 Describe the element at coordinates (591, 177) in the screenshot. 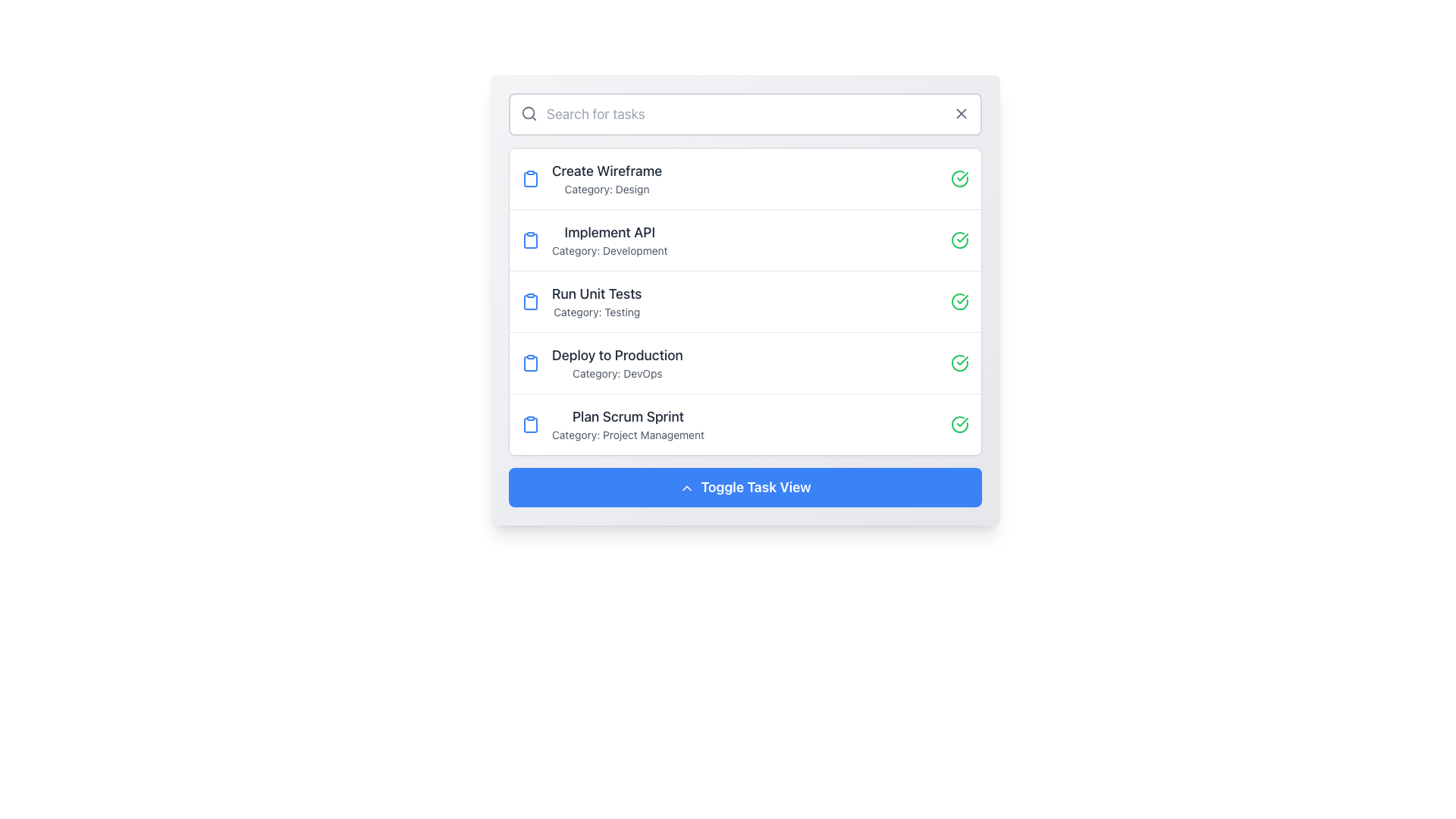

I see `the task item labeled 'Create Wireframe' with the category 'Design', which is the first entry in the vertical task list interface, identifiable by its clipboard icon` at that location.